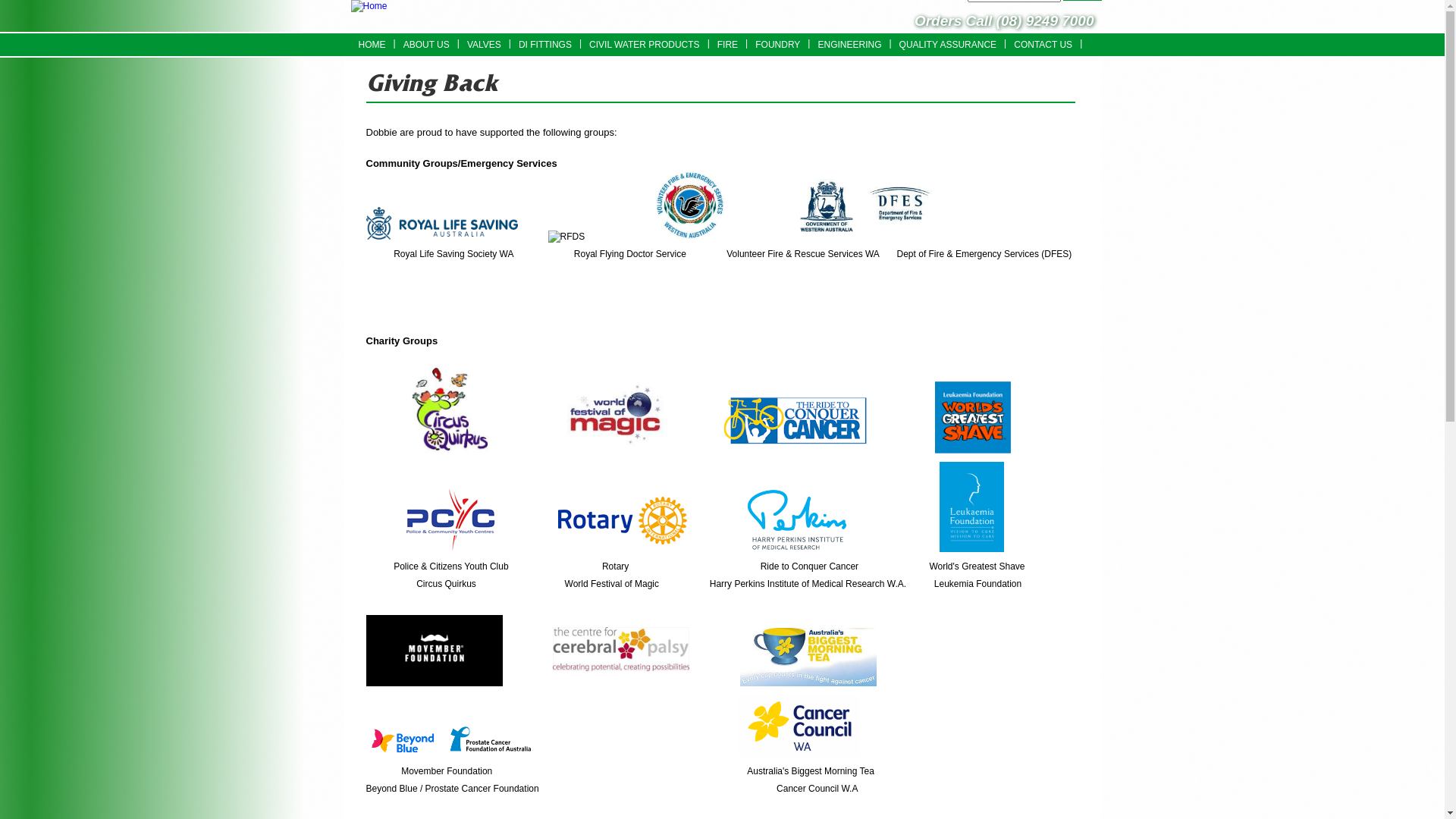 The image size is (1456, 819). What do you see at coordinates (365, 649) in the screenshot?
I see `'Movember'` at bounding box center [365, 649].